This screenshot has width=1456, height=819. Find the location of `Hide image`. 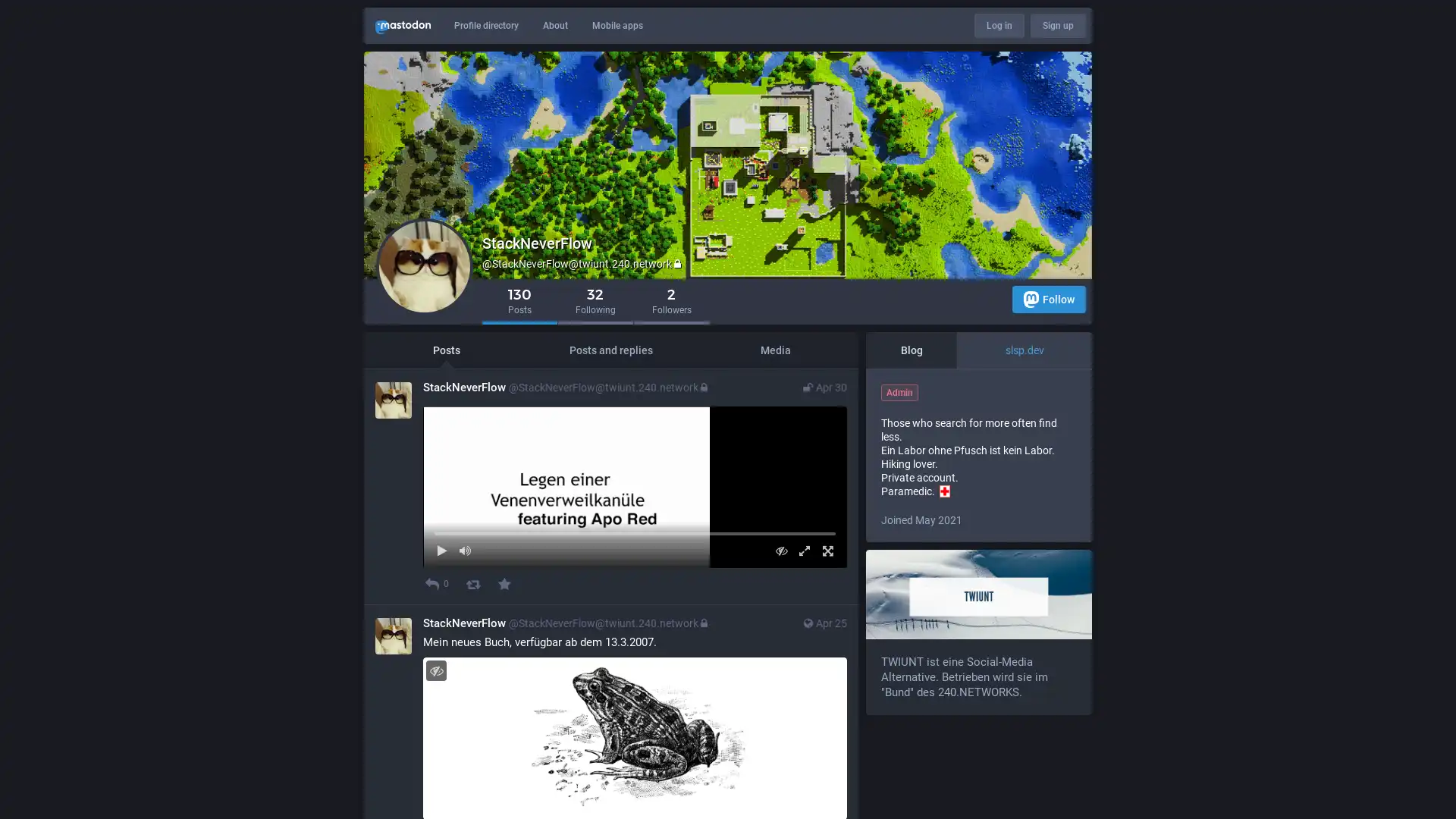

Hide image is located at coordinates (435, 746).